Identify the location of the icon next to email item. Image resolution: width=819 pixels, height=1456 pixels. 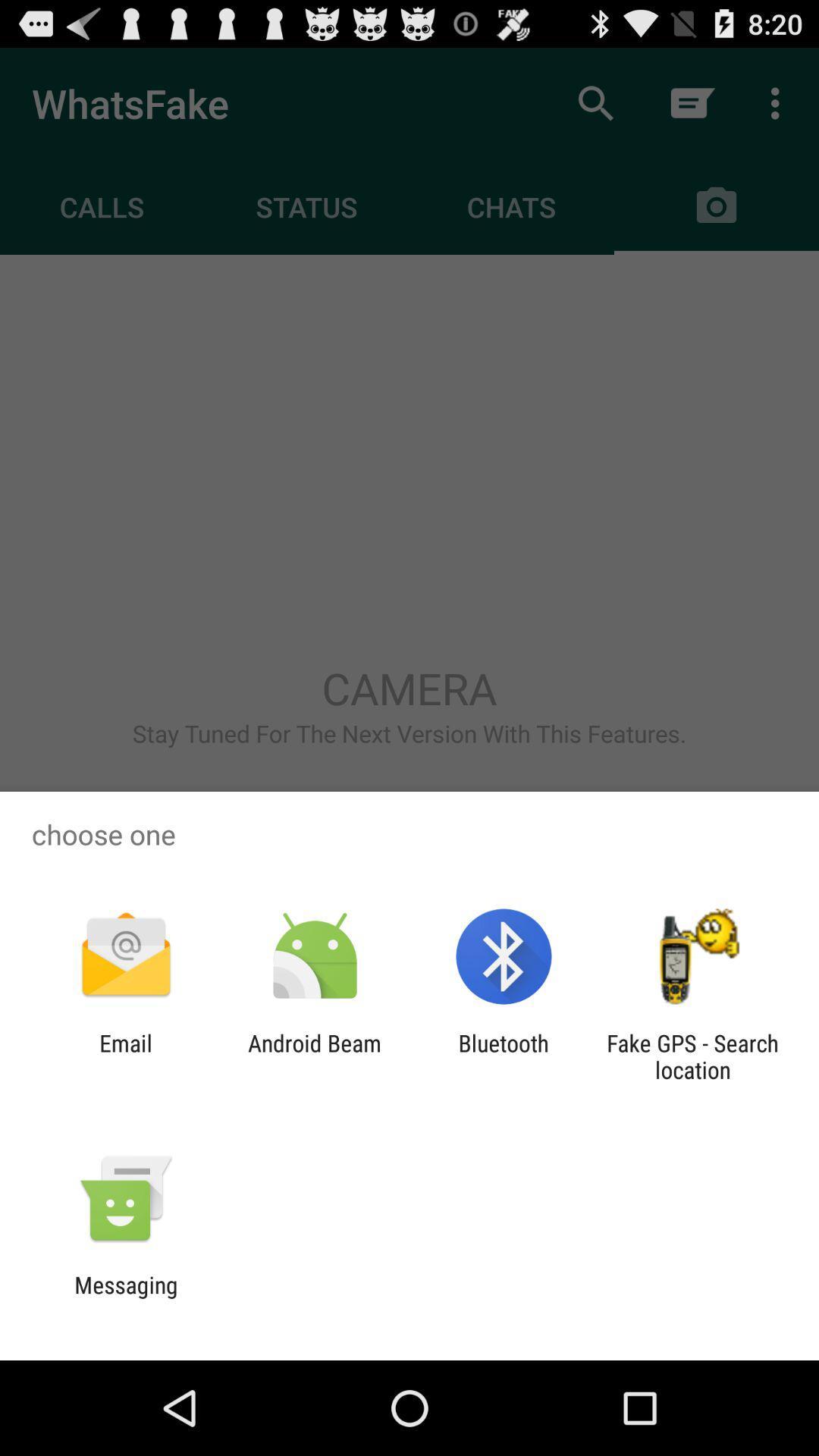
(314, 1056).